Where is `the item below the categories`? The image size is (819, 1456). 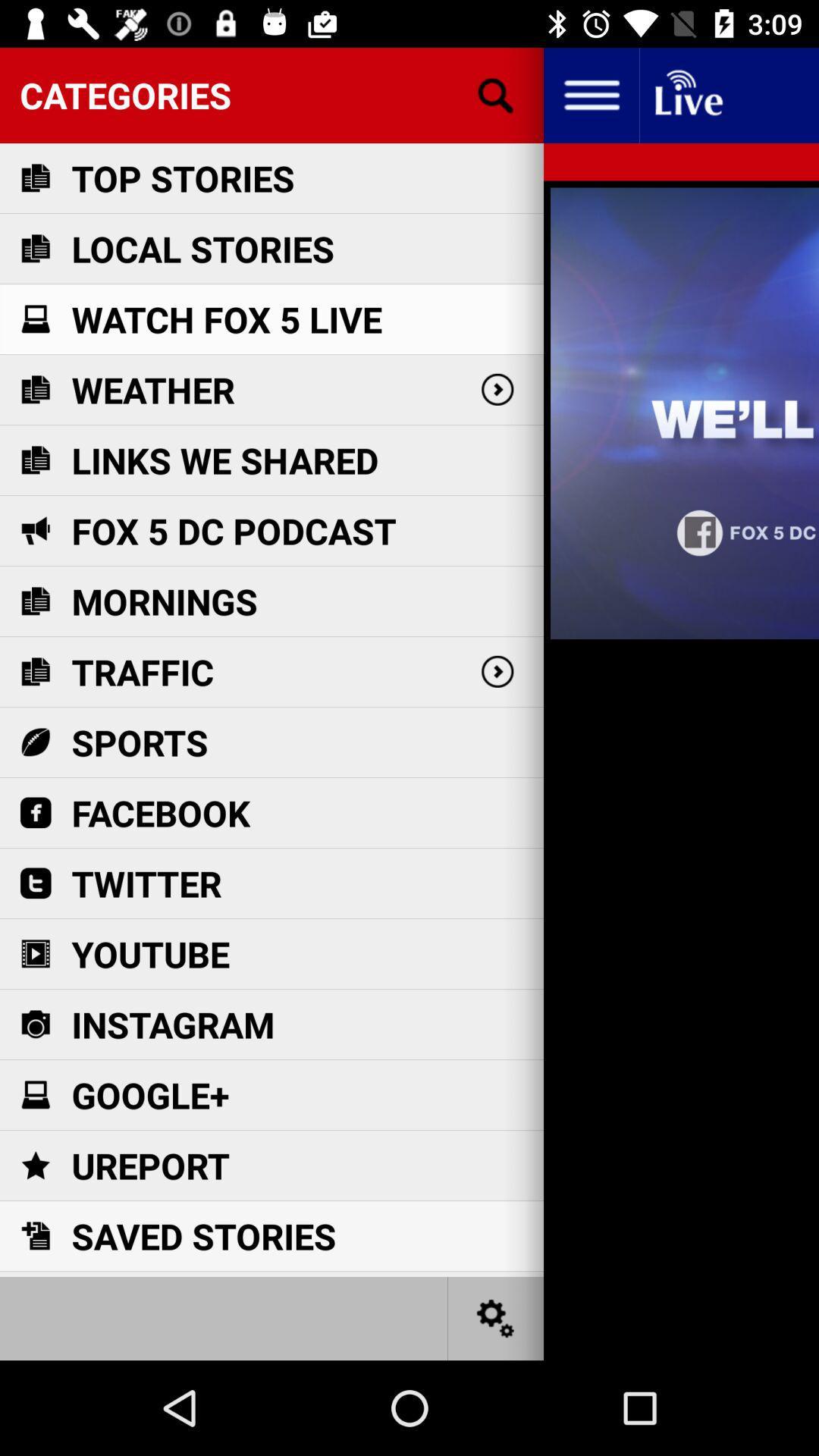
the item below the categories is located at coordinates (182, 178).